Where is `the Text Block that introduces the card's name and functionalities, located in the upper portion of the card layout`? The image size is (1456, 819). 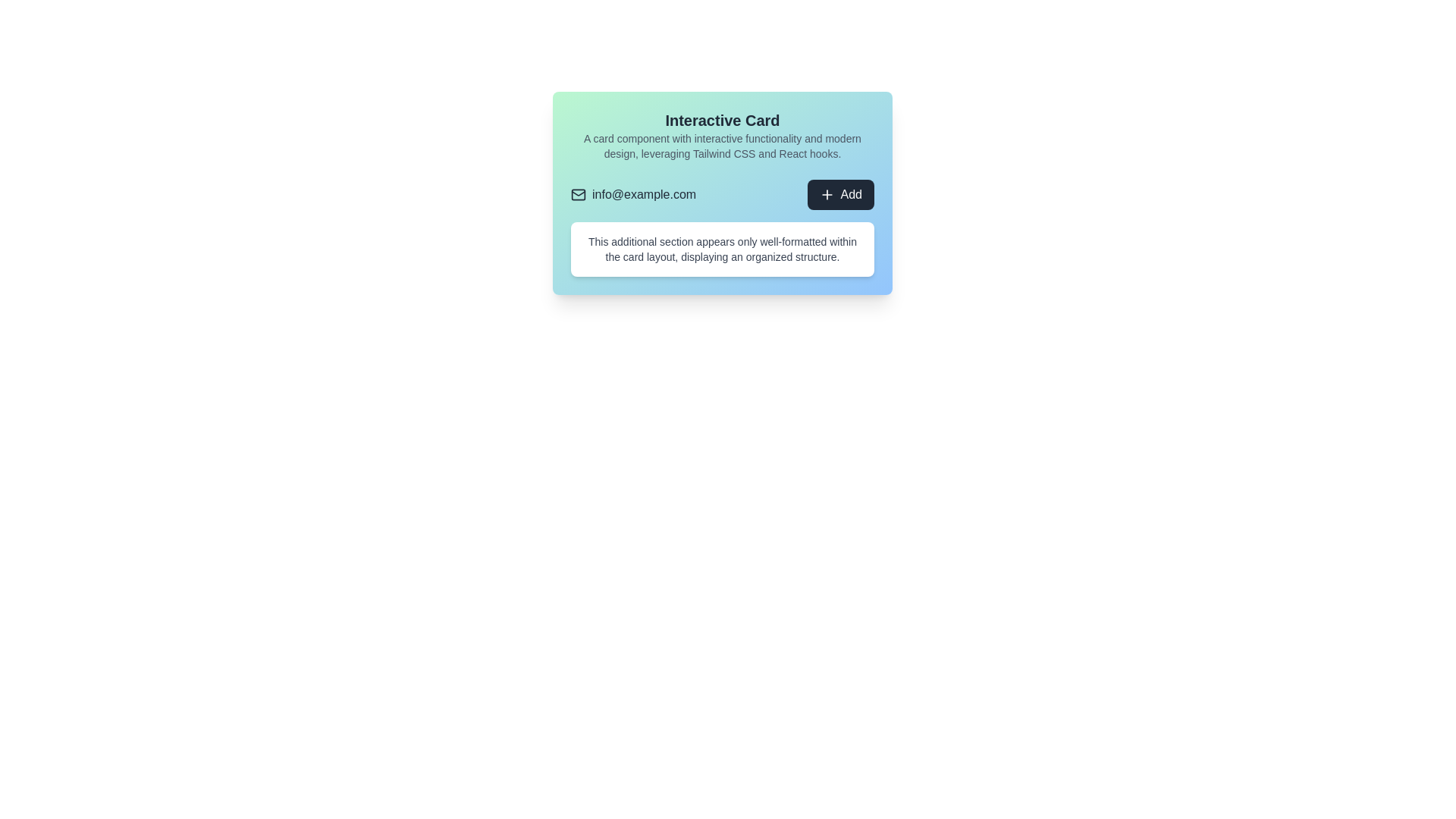
the Text Block that introduces the card's name and functionalities, located in the upper portion of the card layout is located at coordinates (722, 134).